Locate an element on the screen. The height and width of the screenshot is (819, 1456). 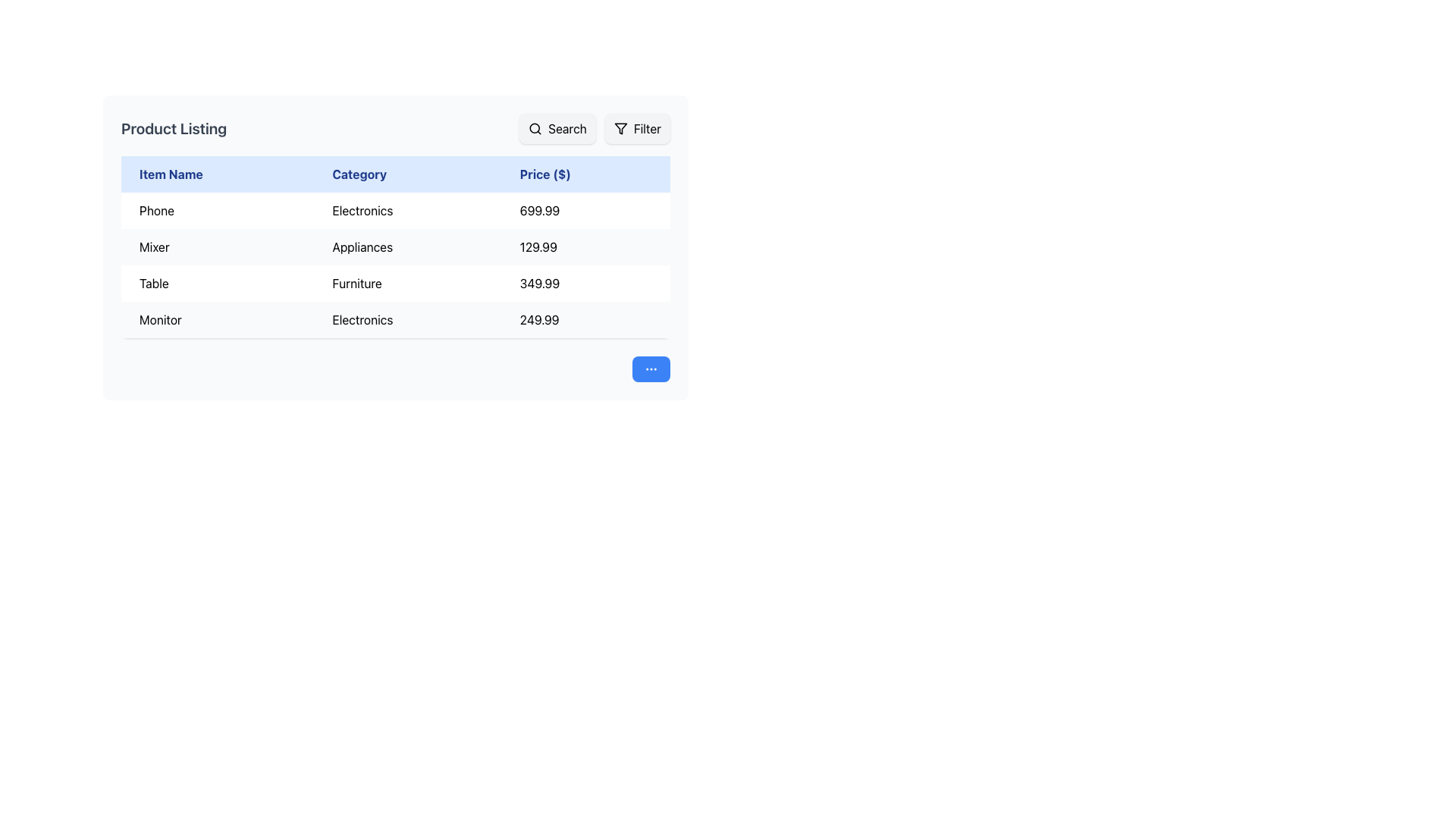
the first row of the table displaying 'Phone', 'Electronics', and '699.99' is located at coordinates (396, 210).